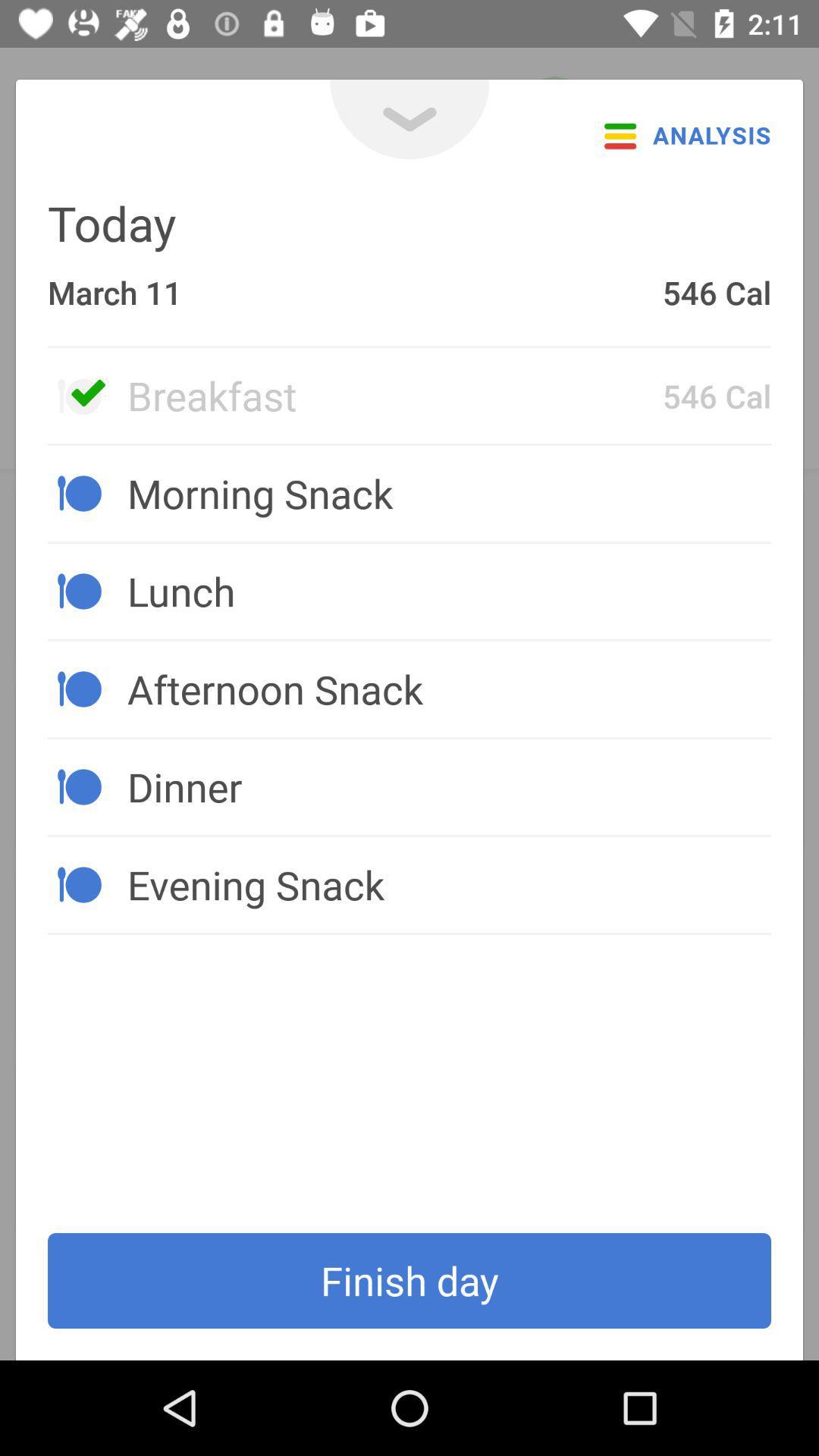 Image resolution: width=819 pixels, height=1456 pixels. What do you see at coordinates (448, 884) in the screenshot?
I see `the item below dinner item` at bounding box center [448, 884].